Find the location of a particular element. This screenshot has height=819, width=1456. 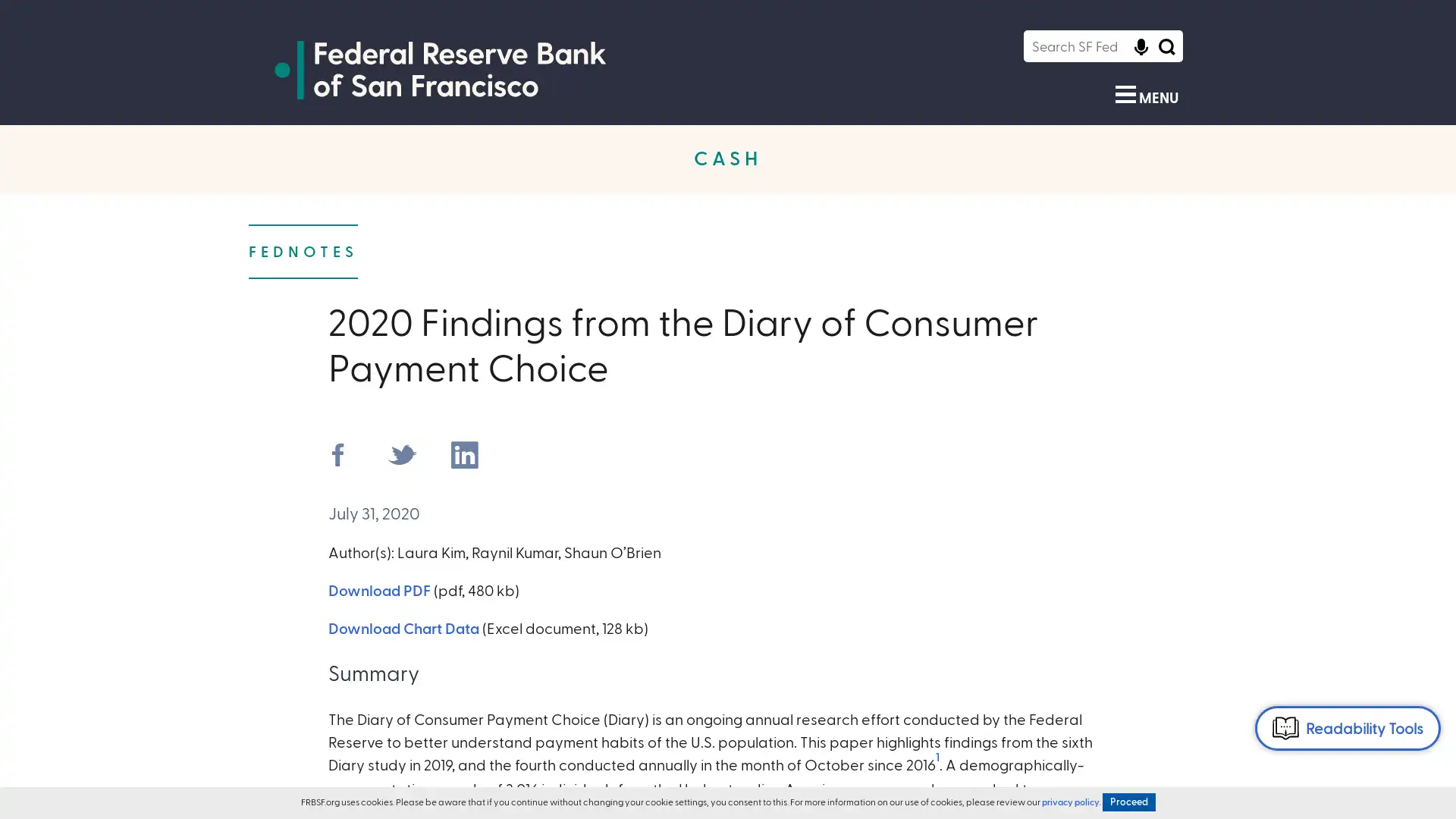

Search Icon Submit Search is located at coordinates (1166, 45).